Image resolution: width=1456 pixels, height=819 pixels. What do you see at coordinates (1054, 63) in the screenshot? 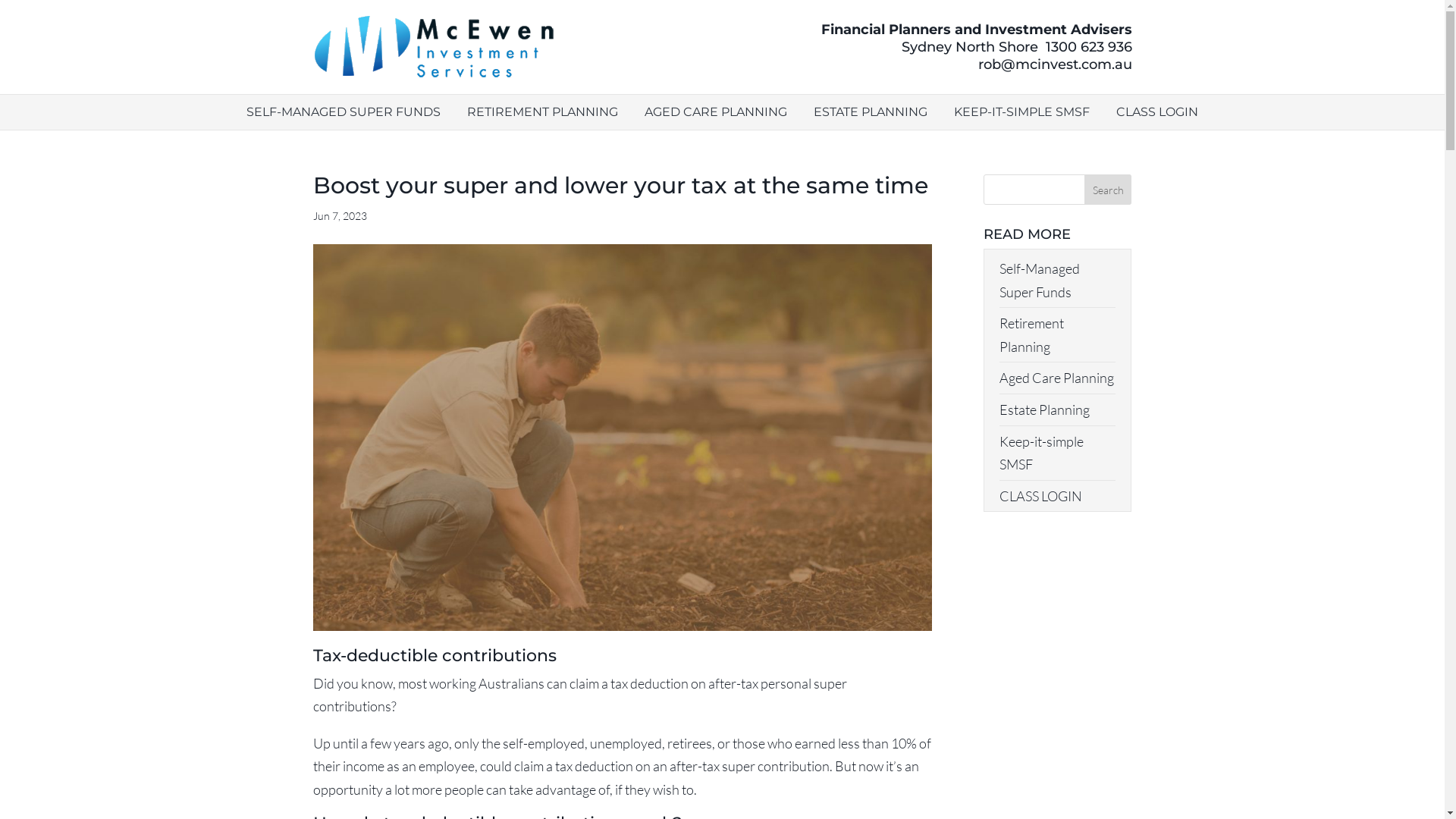
I see `'rob@mcinvest.com.au'` at bounding box center [1054, 63].